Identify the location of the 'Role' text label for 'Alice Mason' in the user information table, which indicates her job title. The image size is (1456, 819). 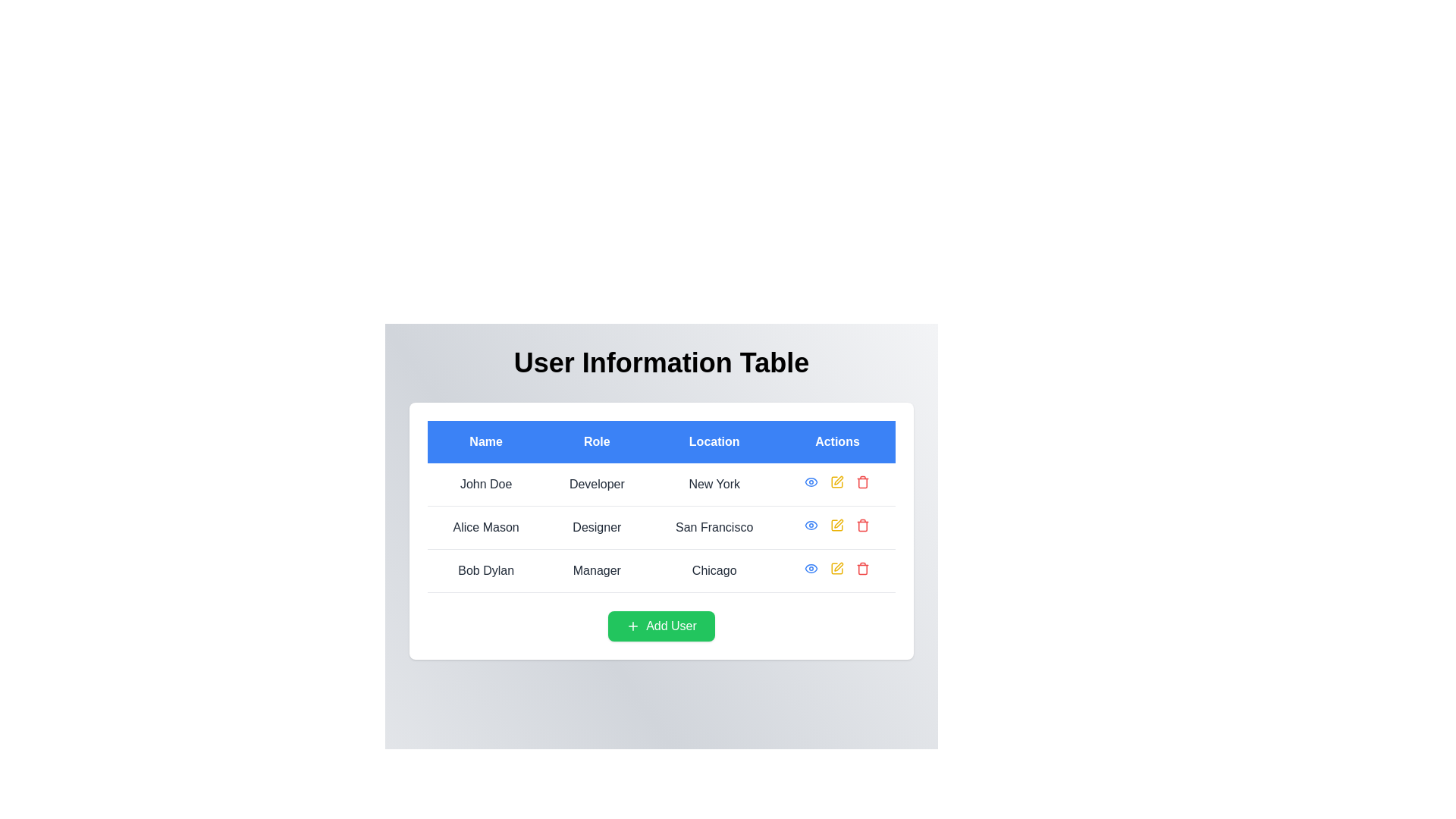
(596, 526).